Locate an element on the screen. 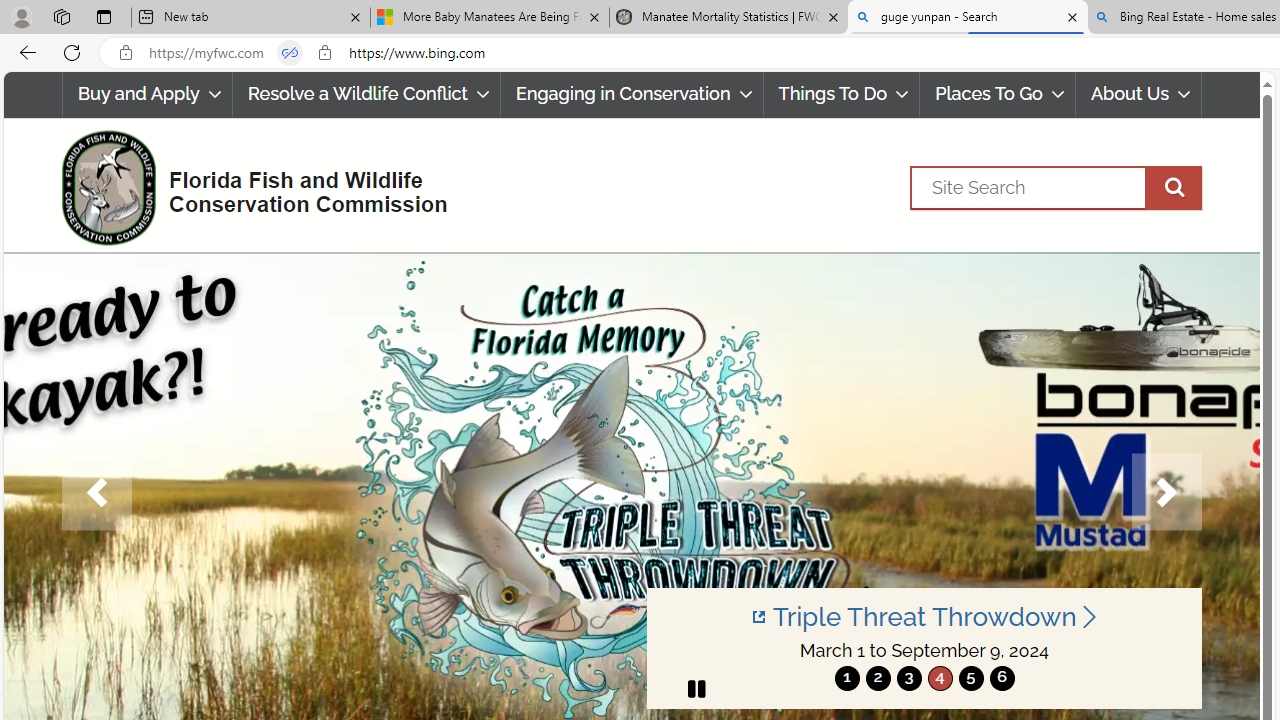  'Engaging in Conservation' is located at coordinates (631, 94).